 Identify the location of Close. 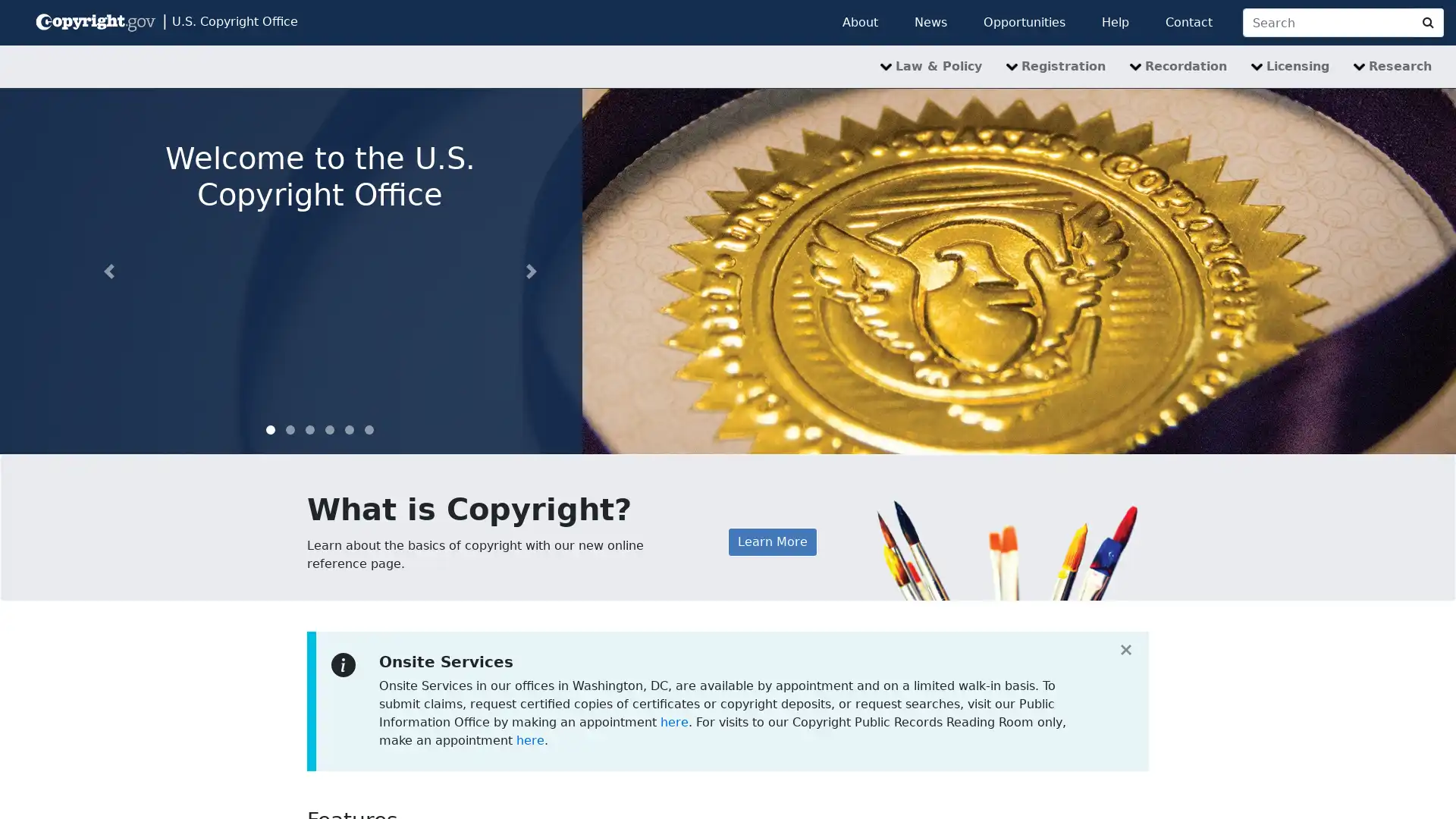
(1125, 648).